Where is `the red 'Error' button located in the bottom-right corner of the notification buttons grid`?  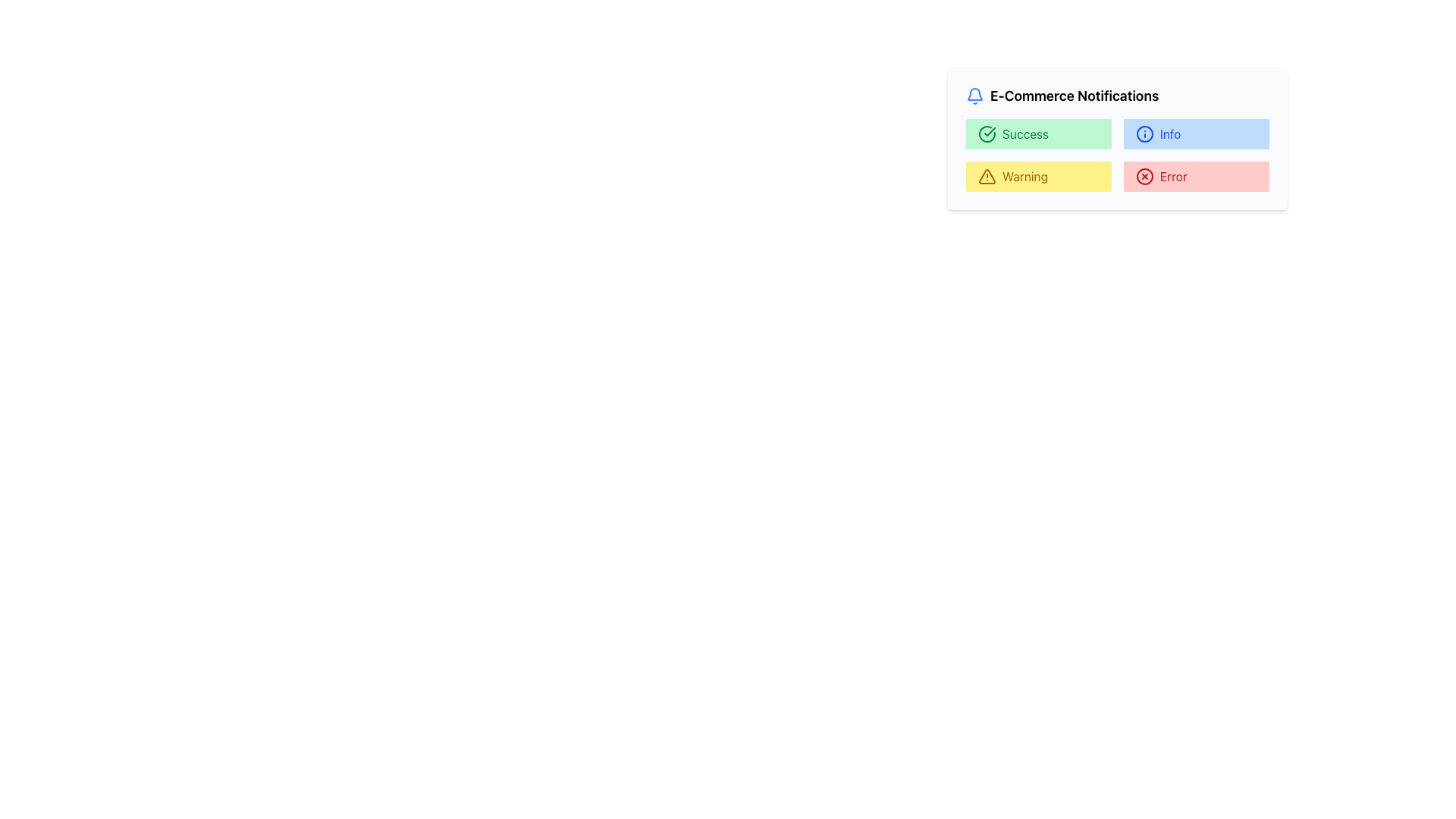 the red 'Error' button located in the bottom-right corner of the notification buttons grid is located at coordinates (1196, 175).